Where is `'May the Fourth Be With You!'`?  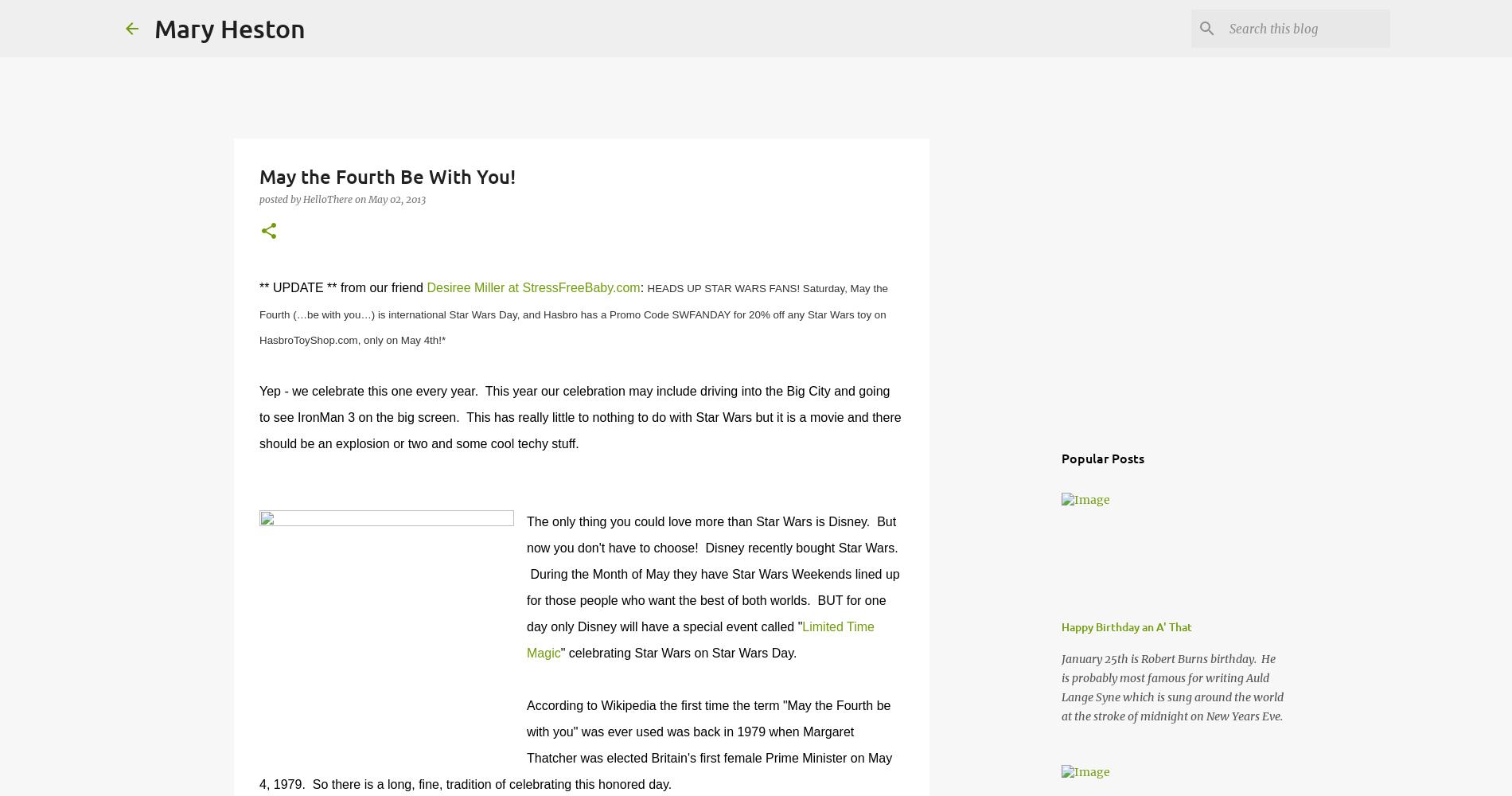
'May the Fourth Be With You!' is located at coordinates (259, 175).